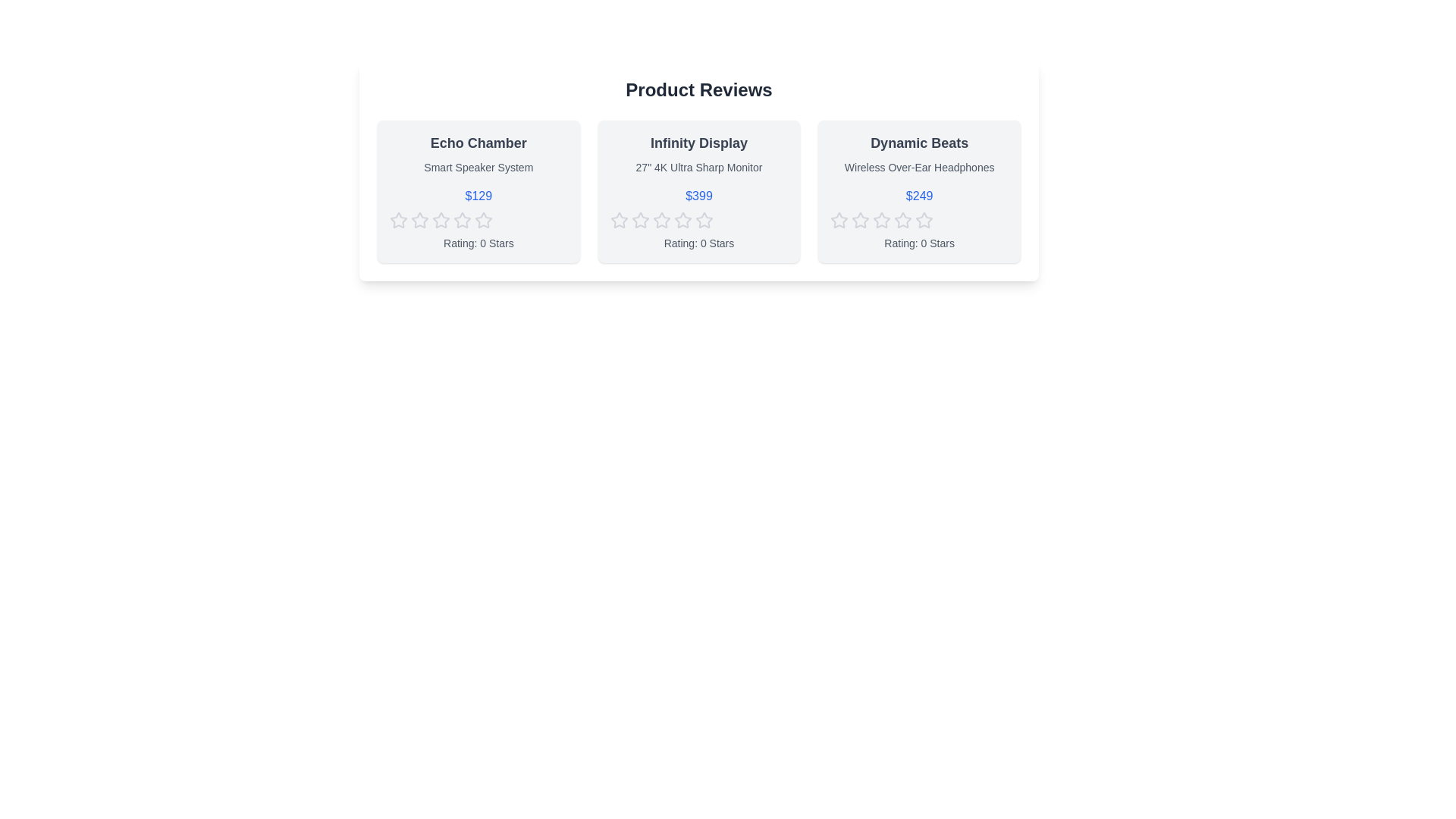  What do you see at coordinates (419, 220) in the screenshot?
I see `the second star icon` at bounding box center [419, 220].